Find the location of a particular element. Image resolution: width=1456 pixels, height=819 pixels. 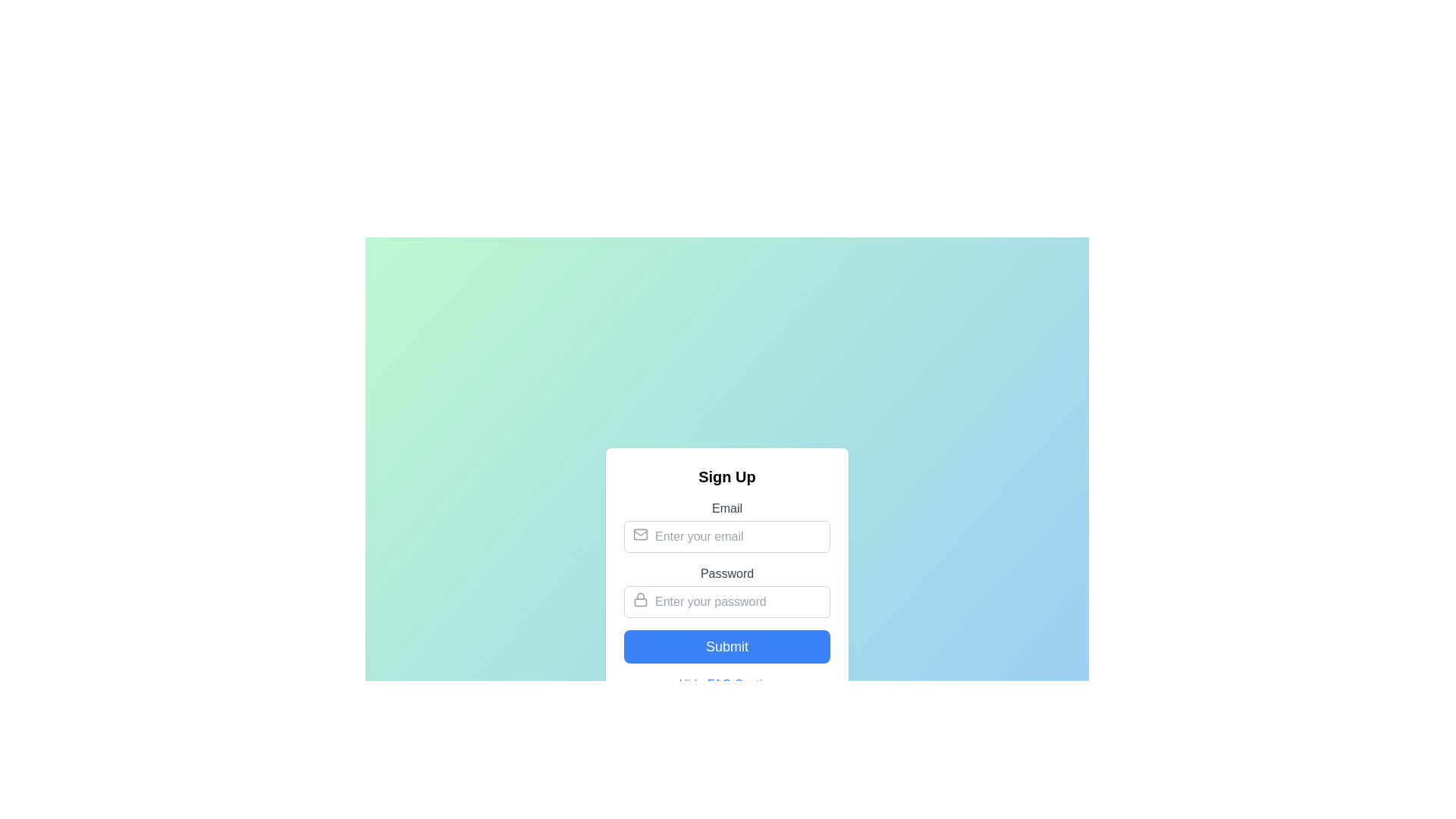

the text label that displays 'Why do we request your email address?' at the bottom of the interface is located at coordinates (735, 799).